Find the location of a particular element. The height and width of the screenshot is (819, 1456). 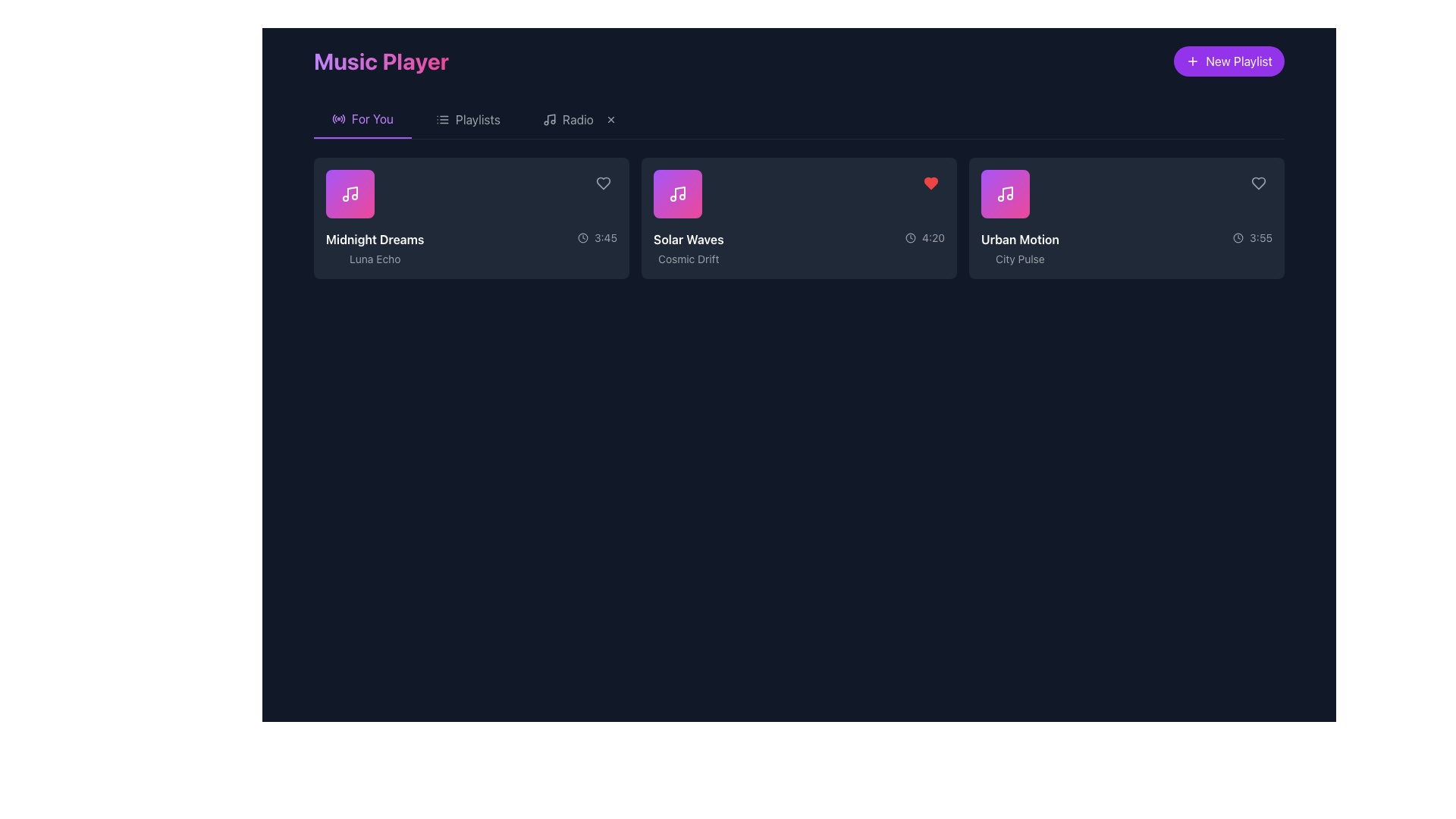

the music track icon located is located at coordinates (1005, 193).